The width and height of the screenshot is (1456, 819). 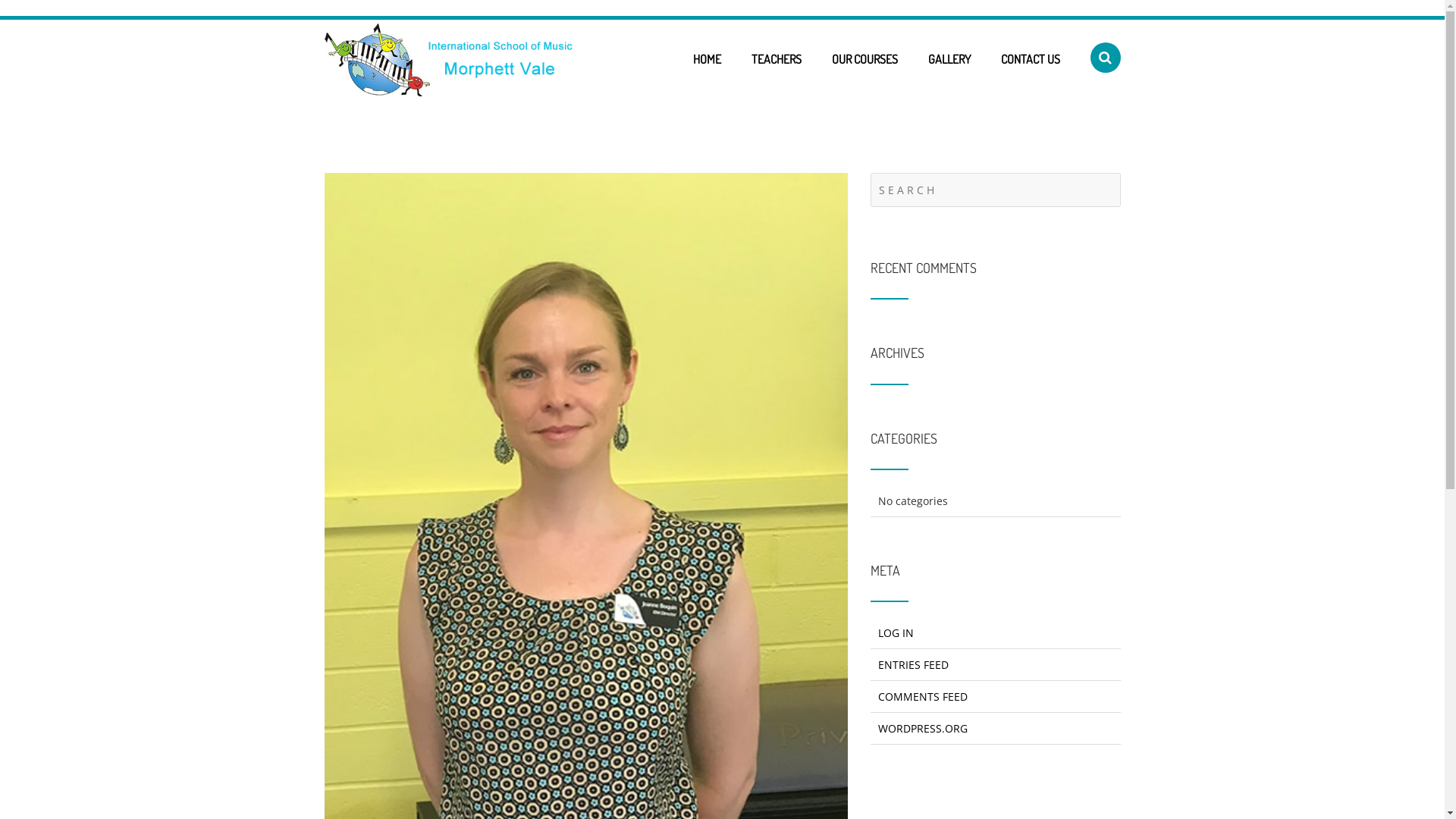 I want to click on 'ENTRIES FEED', so click(x=912, y=664).